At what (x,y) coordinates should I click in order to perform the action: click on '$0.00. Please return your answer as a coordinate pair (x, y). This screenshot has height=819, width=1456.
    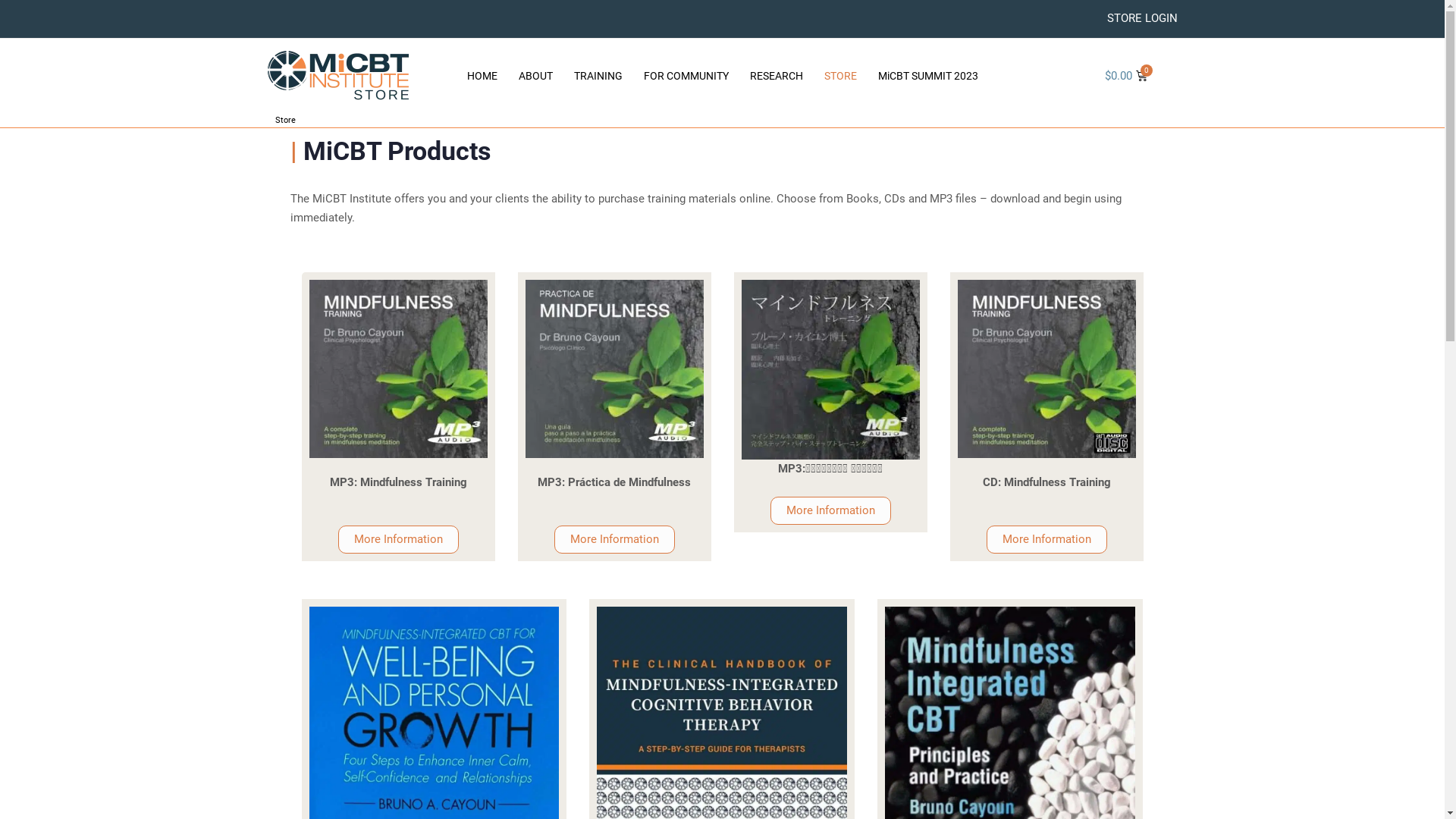
    Looking at the image, I should click on (1125, 76).